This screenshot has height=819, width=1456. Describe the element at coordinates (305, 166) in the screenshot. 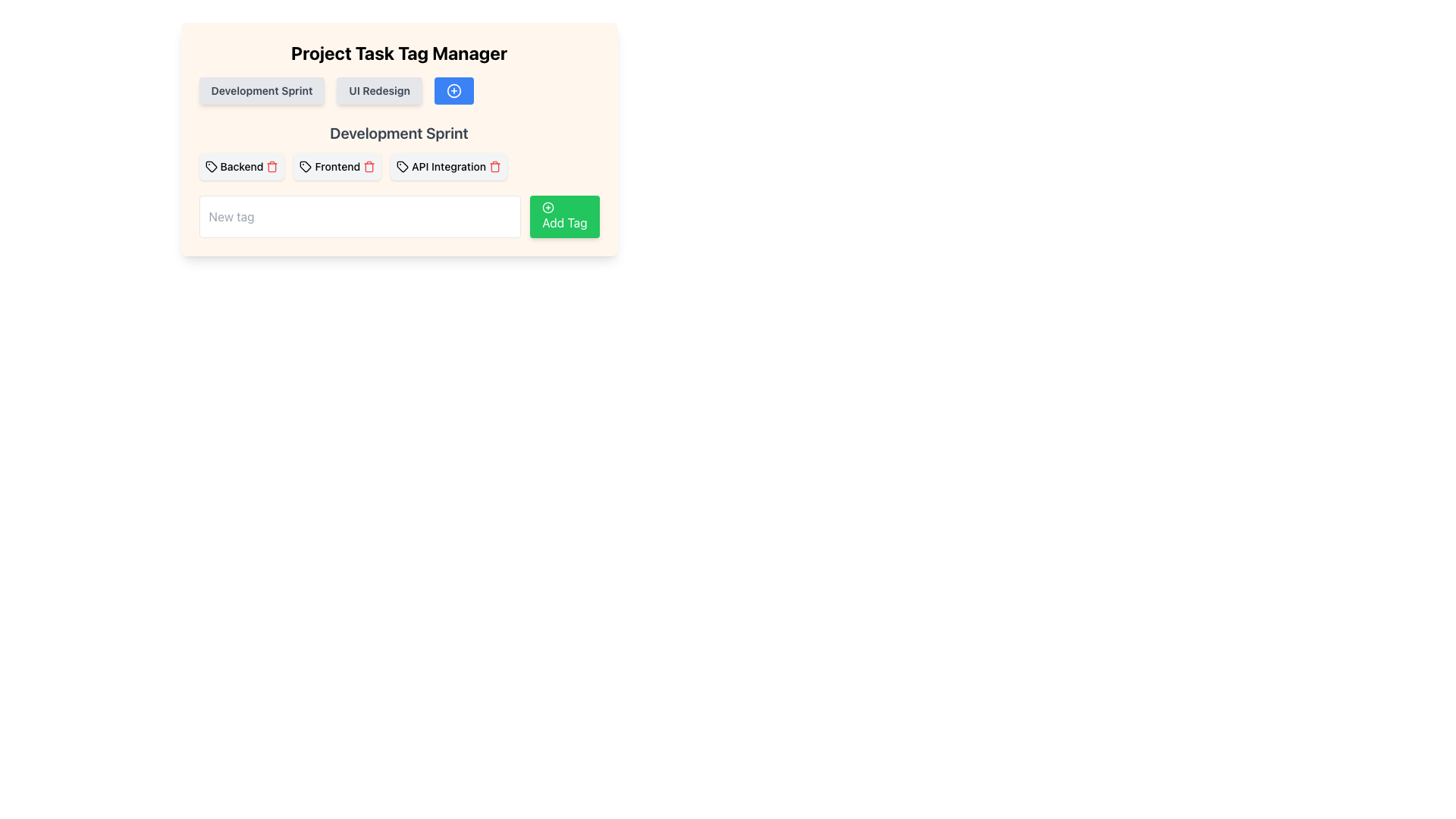

I see `the minimalist tag icon located below the 'Development Sprint' header and to the left of the 'Frontend' text` at that location.